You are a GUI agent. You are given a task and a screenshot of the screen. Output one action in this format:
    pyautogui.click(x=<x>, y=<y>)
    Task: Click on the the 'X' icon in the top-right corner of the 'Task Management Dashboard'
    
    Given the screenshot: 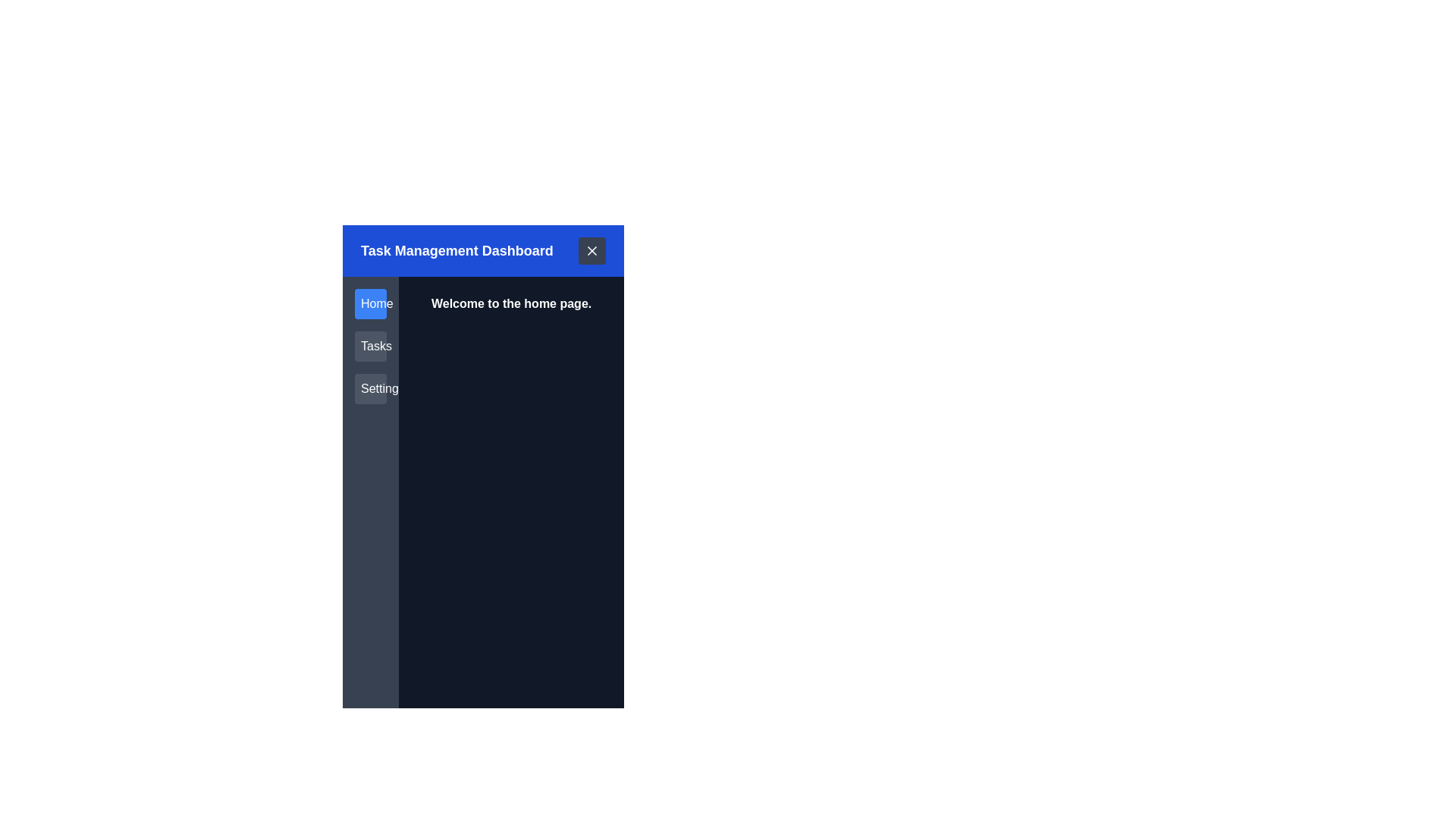 What is the action you would take?
    pyautogui.click(x=591, y=250)
    